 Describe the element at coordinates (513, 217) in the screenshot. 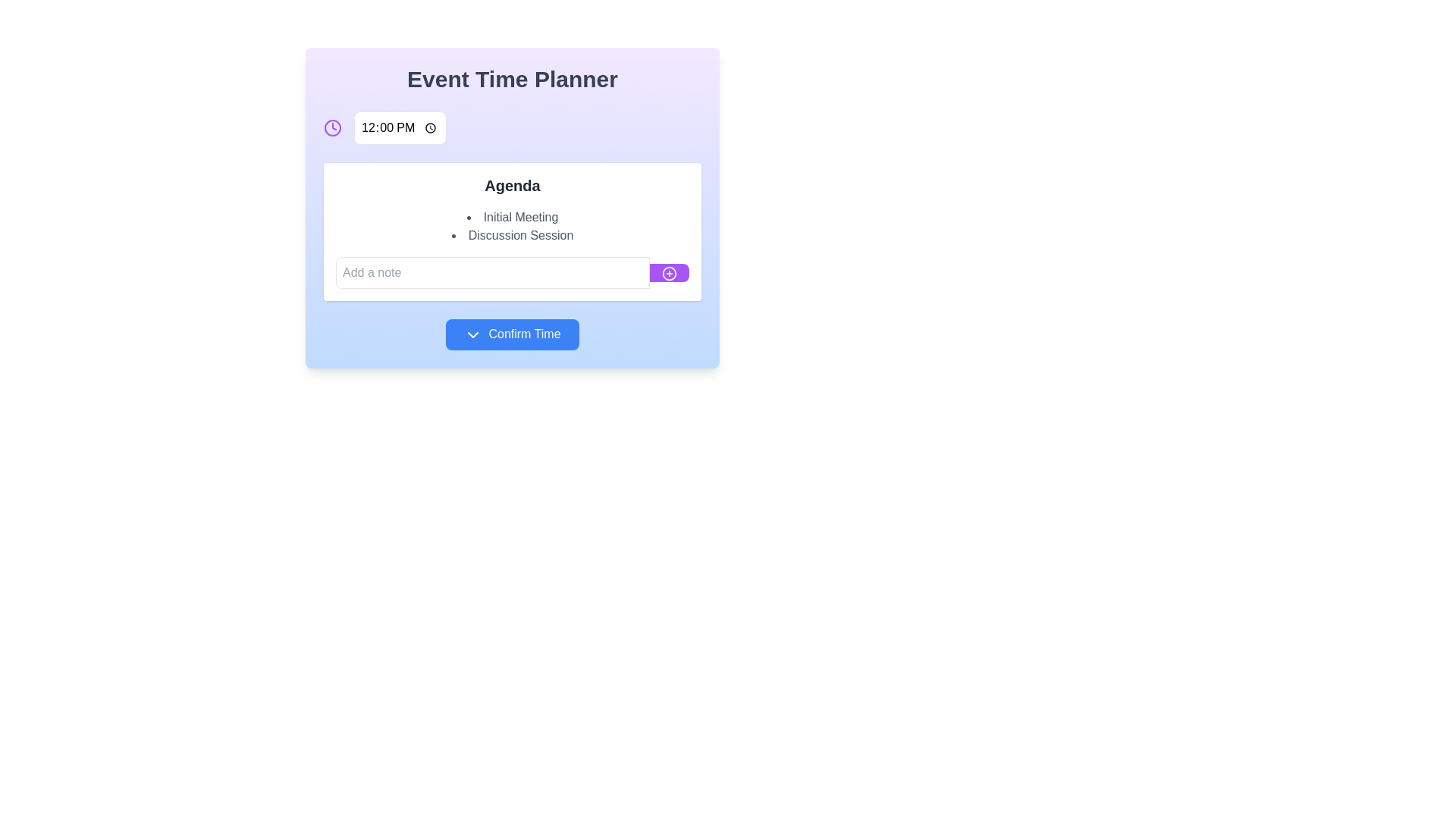

I see `the label element containing the text 'Initial Meeting' styled in gray, which is part of an indented bulleted list under the heading 'Agenda'` at that location.